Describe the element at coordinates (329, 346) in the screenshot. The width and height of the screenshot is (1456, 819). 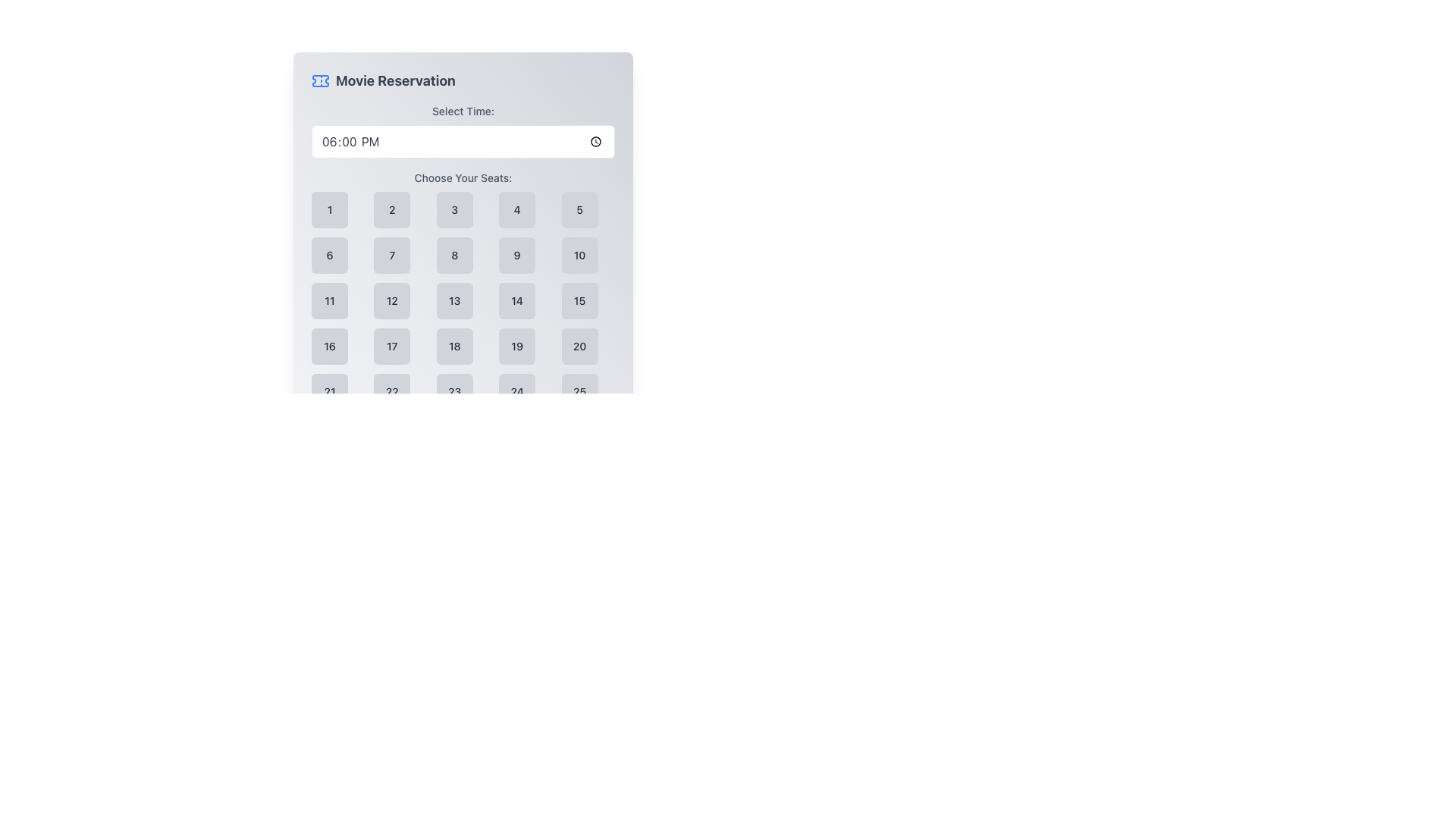
I see `the square button with rounded corners displaying the number '16'` at that location.